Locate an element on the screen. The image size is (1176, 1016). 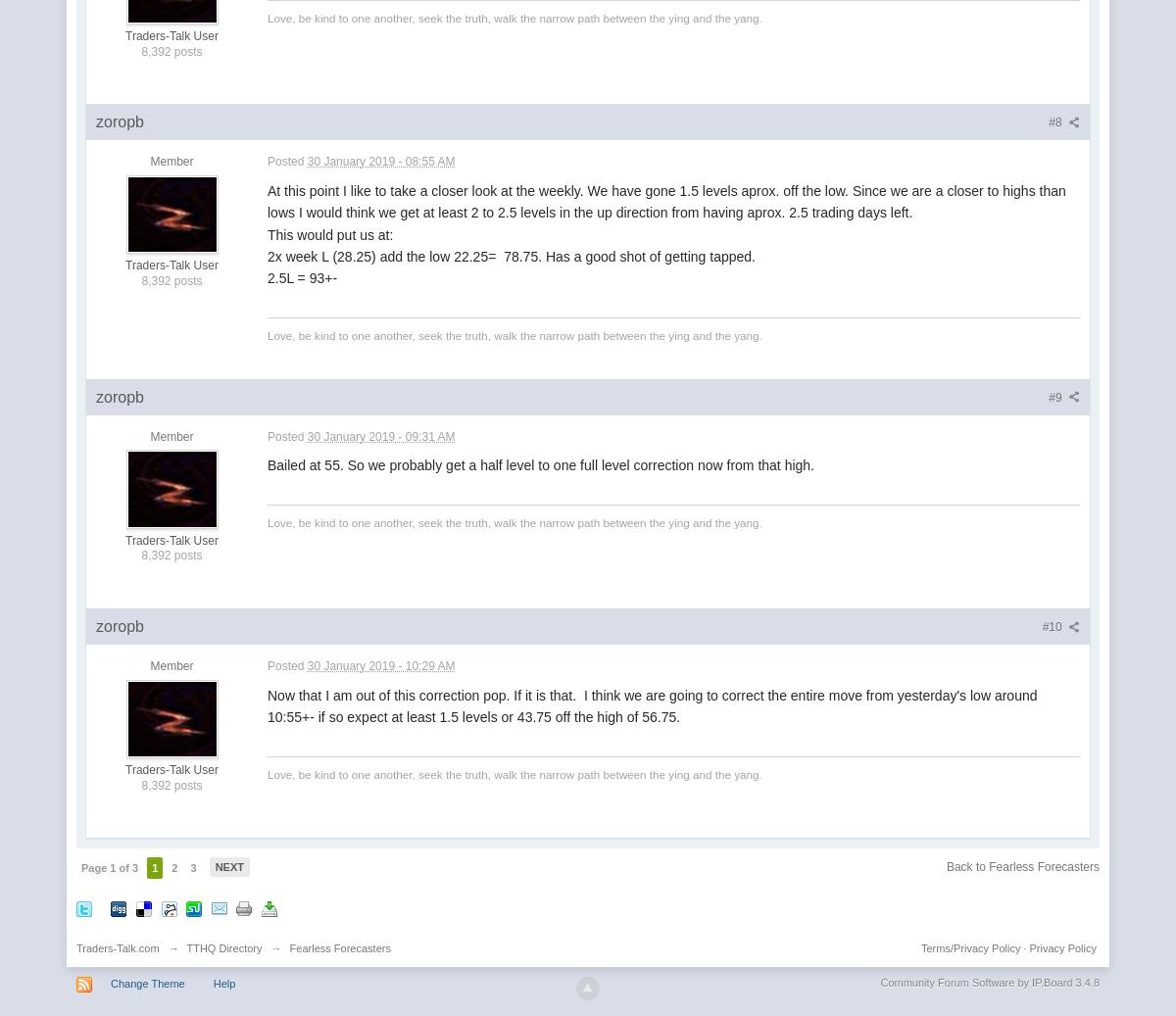
'Now that I am out of this correction pop. If it is that.  I think we are going to correct the entire move from yesterday's low around 10:55+- if so expect at least 1.5 levels or 43.75 off the high of 56.75.' is located at coordinates (267, 704).